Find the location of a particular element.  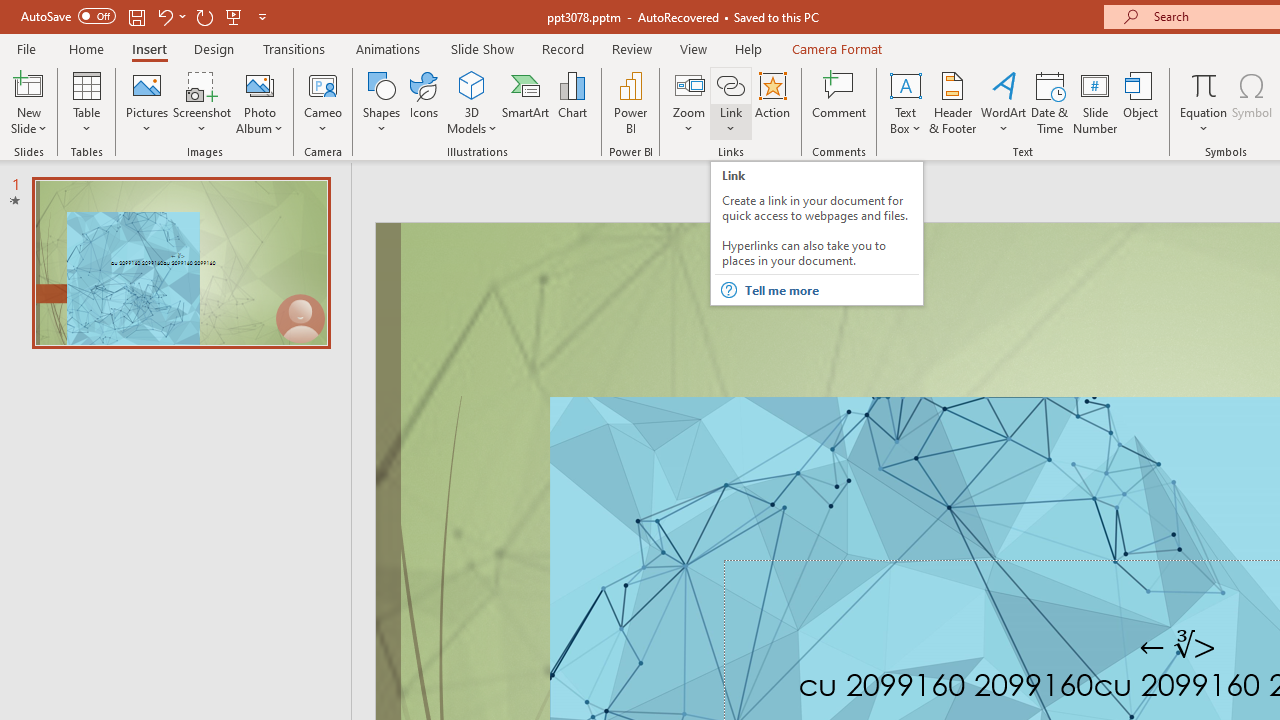

'Record' is located at coordinates (561, 48).